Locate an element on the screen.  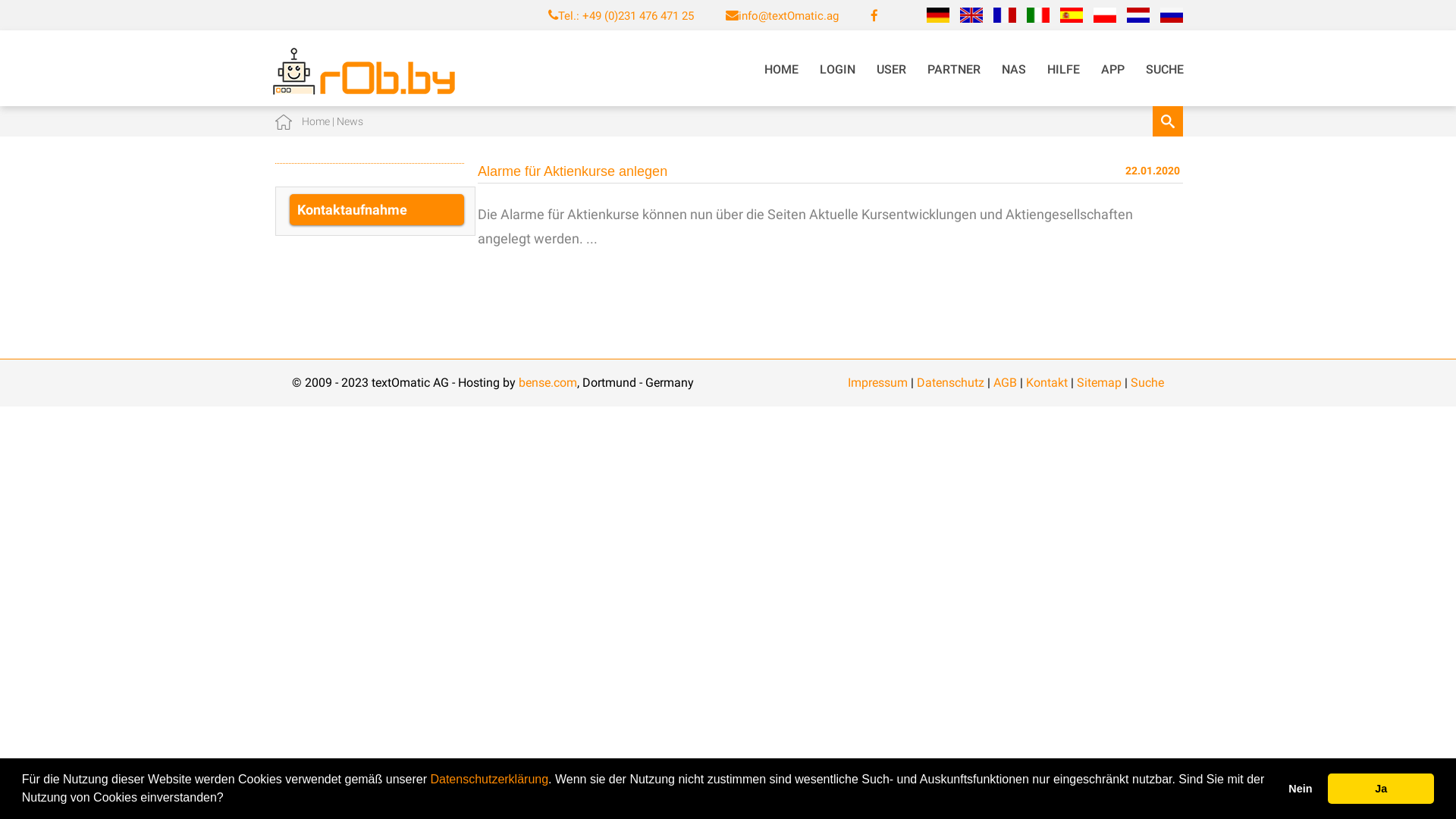
'LOGIN' is located at coordinates (836, 69).